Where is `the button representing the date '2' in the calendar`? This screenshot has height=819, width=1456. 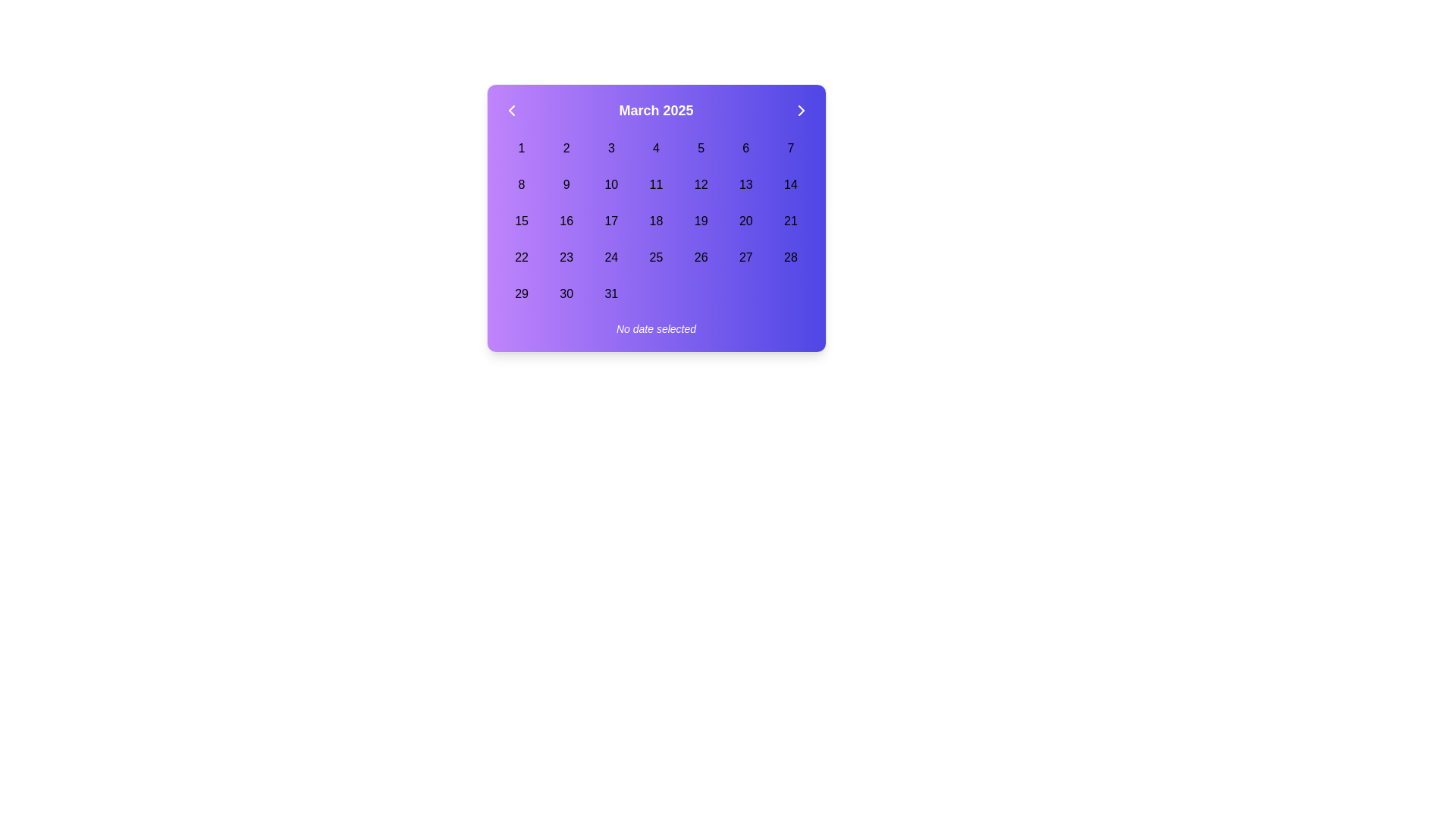 the button representing the date '2' in the calendar is located at coordinates (566, 149).